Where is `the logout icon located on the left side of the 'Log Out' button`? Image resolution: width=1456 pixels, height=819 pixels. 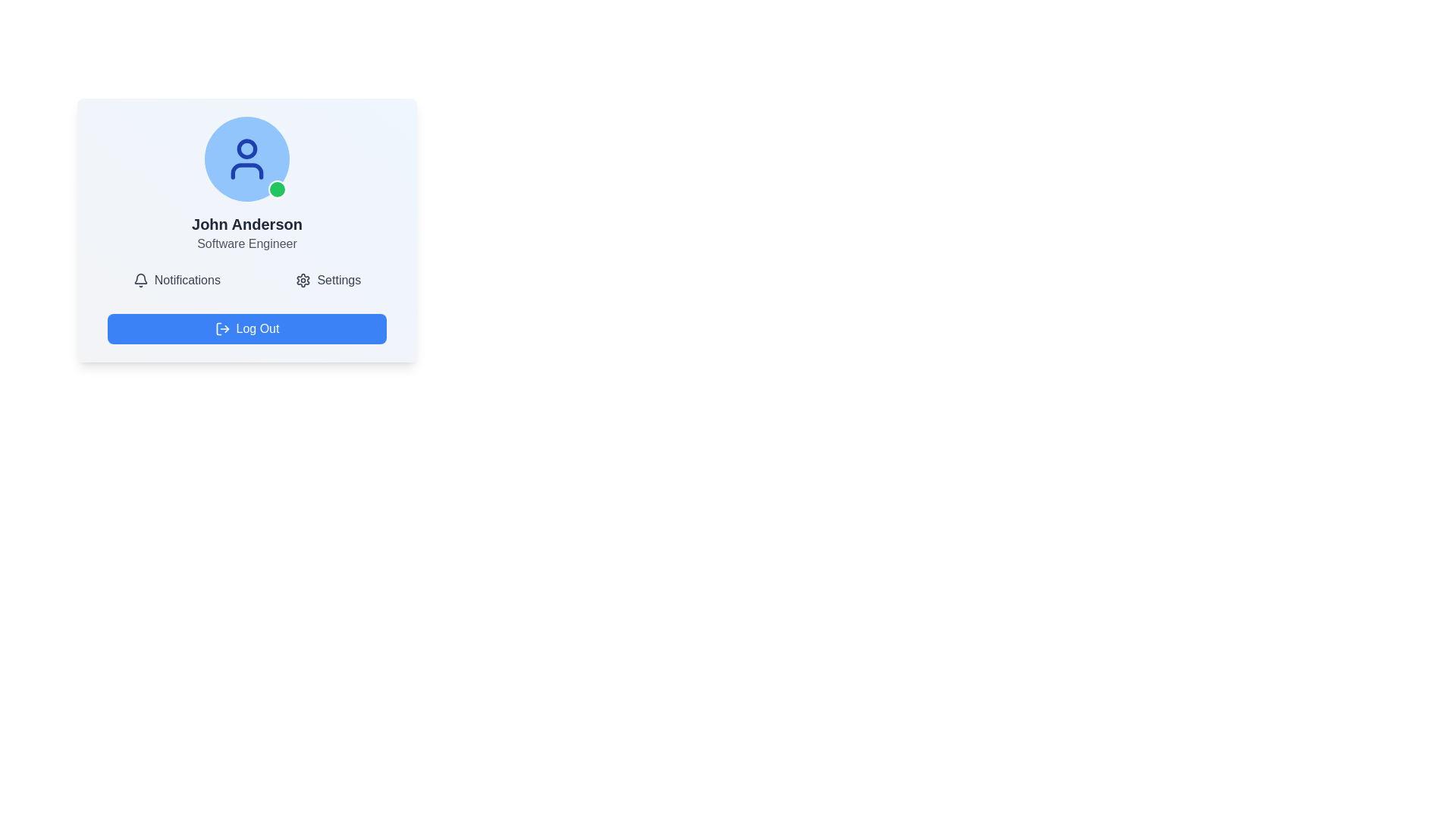
the logout icon located on the left side of the 'Log Out' button is located at coordinates (221, 328).